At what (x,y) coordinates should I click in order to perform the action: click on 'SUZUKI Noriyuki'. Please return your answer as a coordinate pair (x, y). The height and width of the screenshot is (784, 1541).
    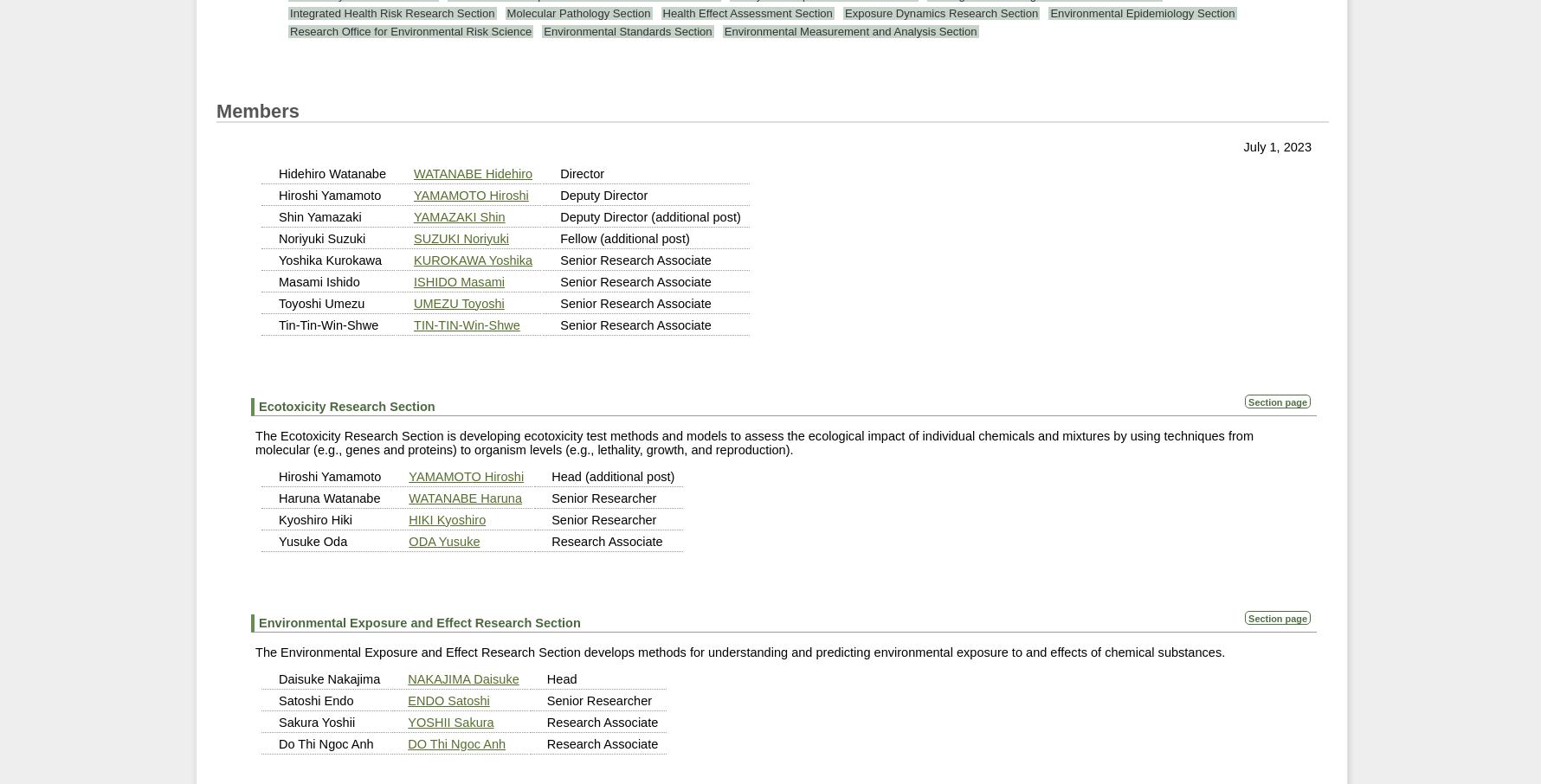
    Looking at the image, I should click on (460, 236).